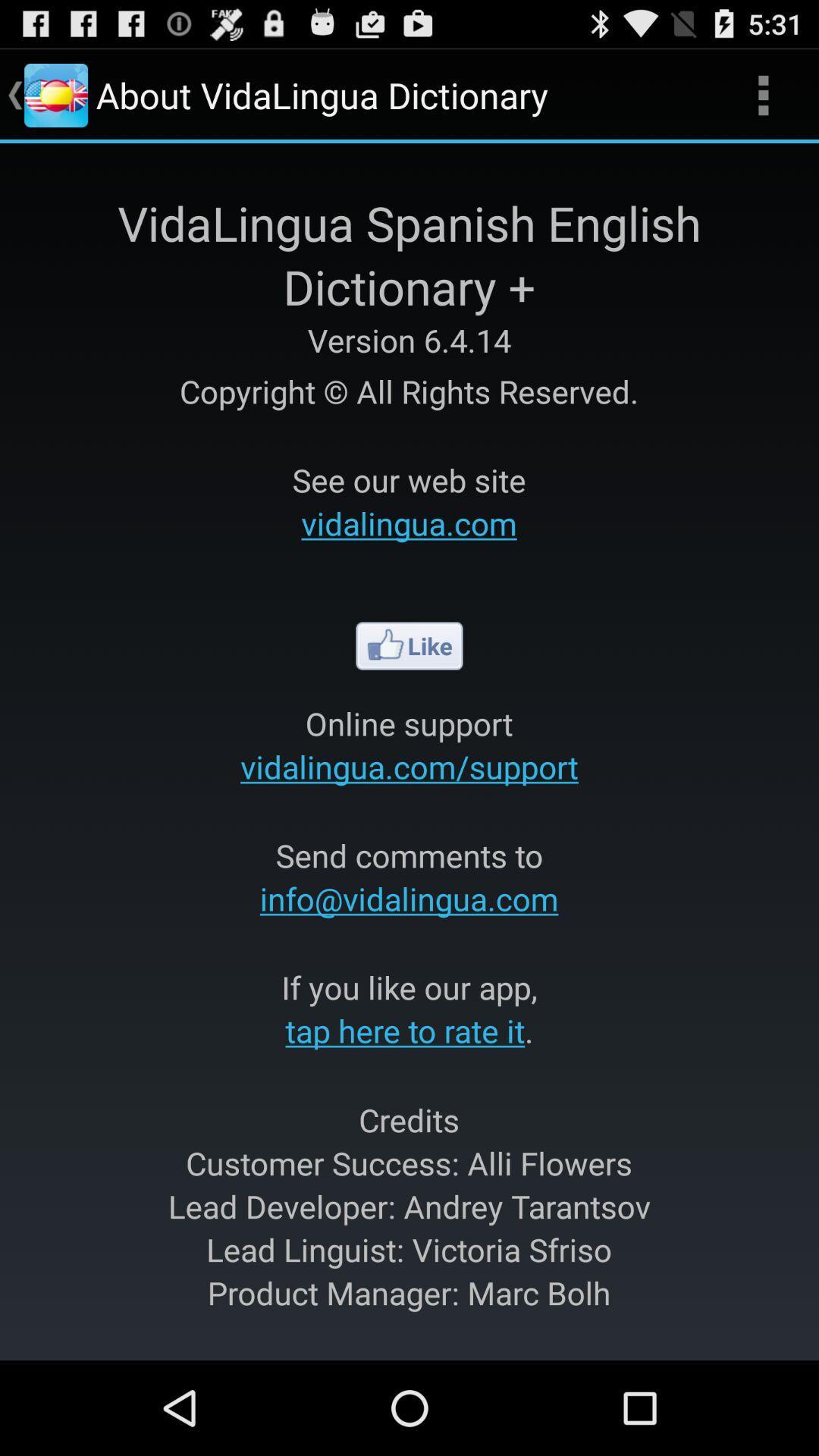 The width and height of the screenshot is (819, 1456). I want to click on icon next to about vidalingua dictionary, so click(763, 94).